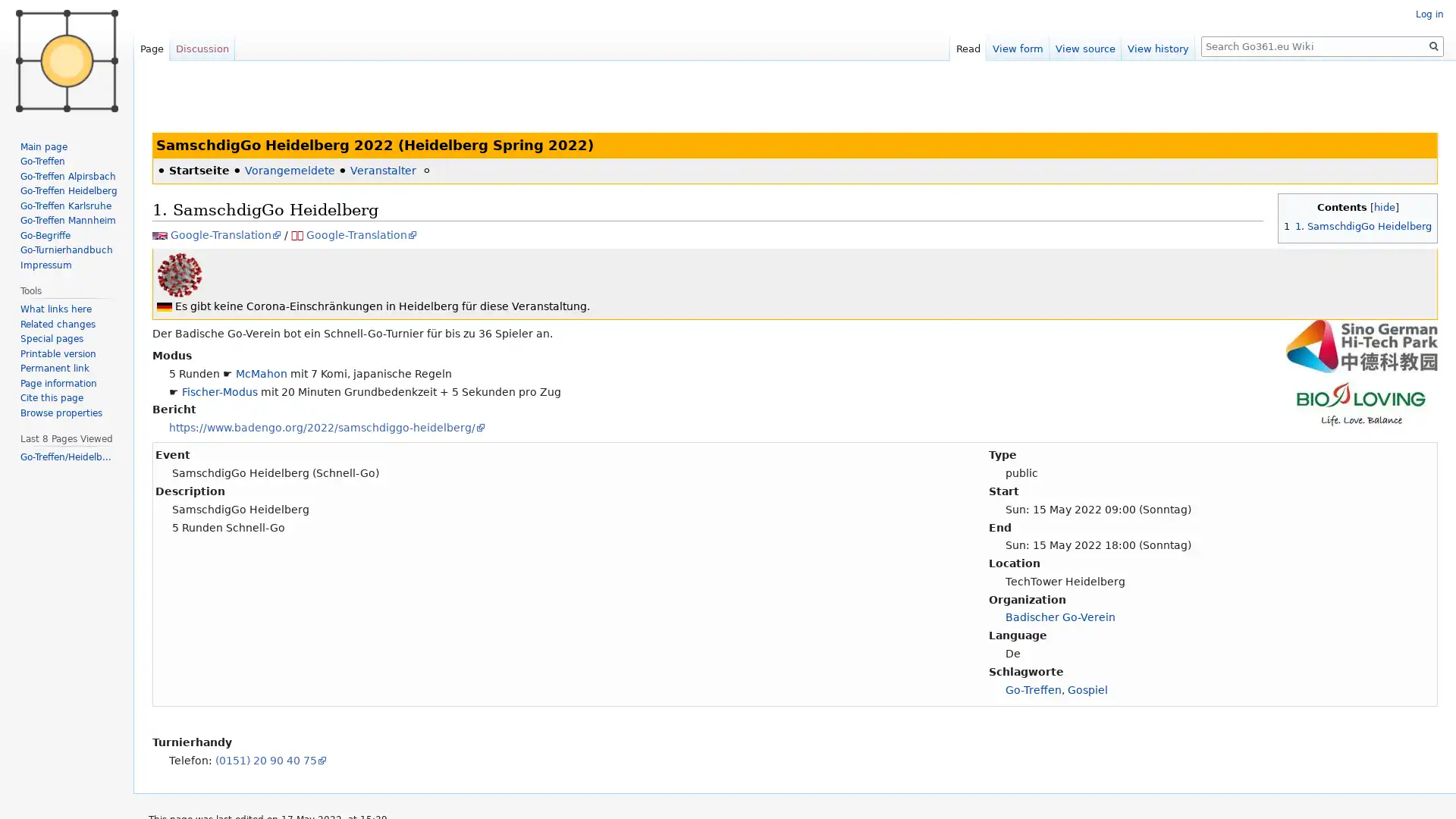 The image size is (1456, 819). What do you see at coordinates (1433, 45) in the screenshot?
I see `Go` at bounding box center [1433, 45].